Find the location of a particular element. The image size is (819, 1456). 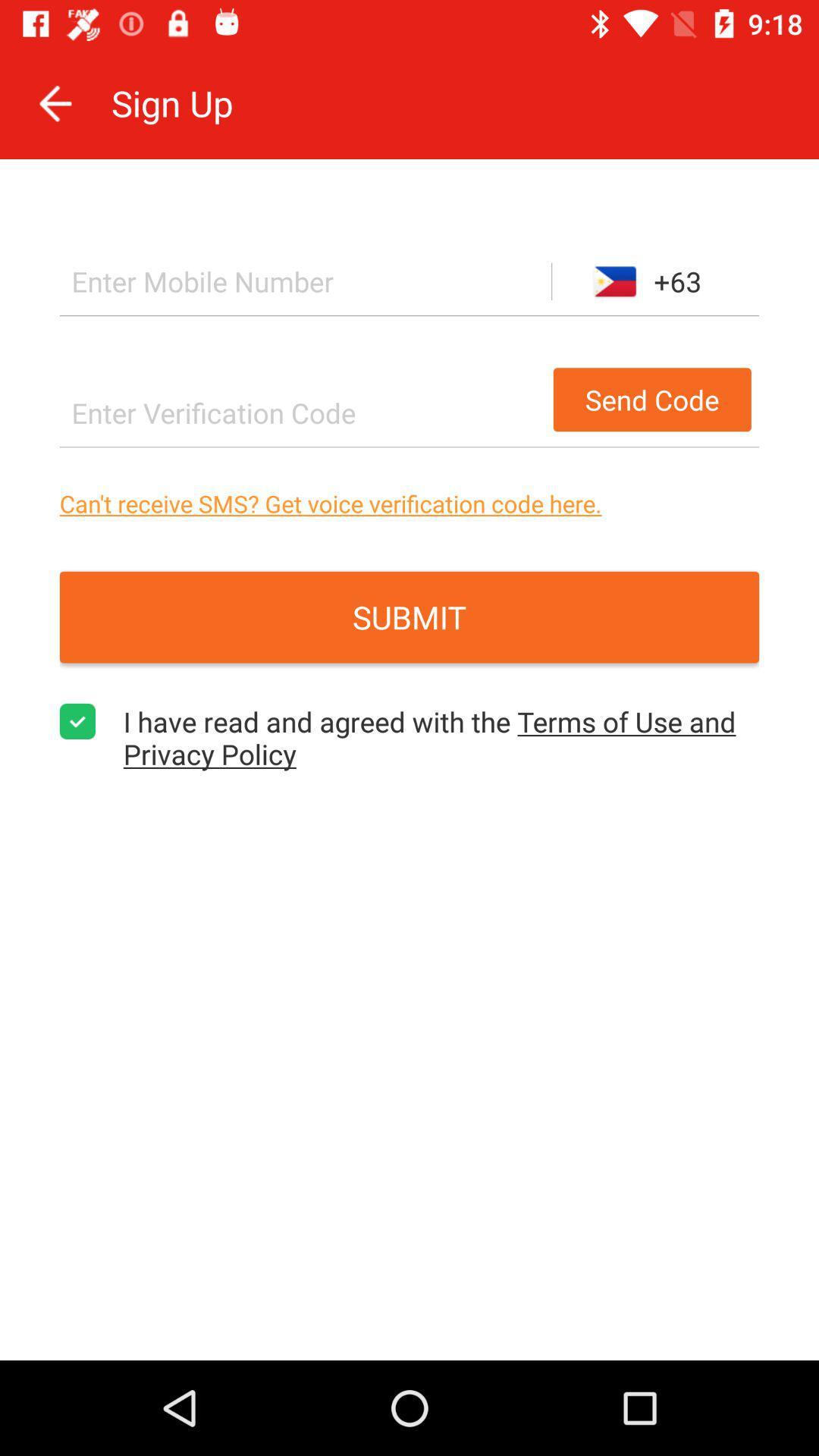

the i have read item is located at coordinates (441, 738).